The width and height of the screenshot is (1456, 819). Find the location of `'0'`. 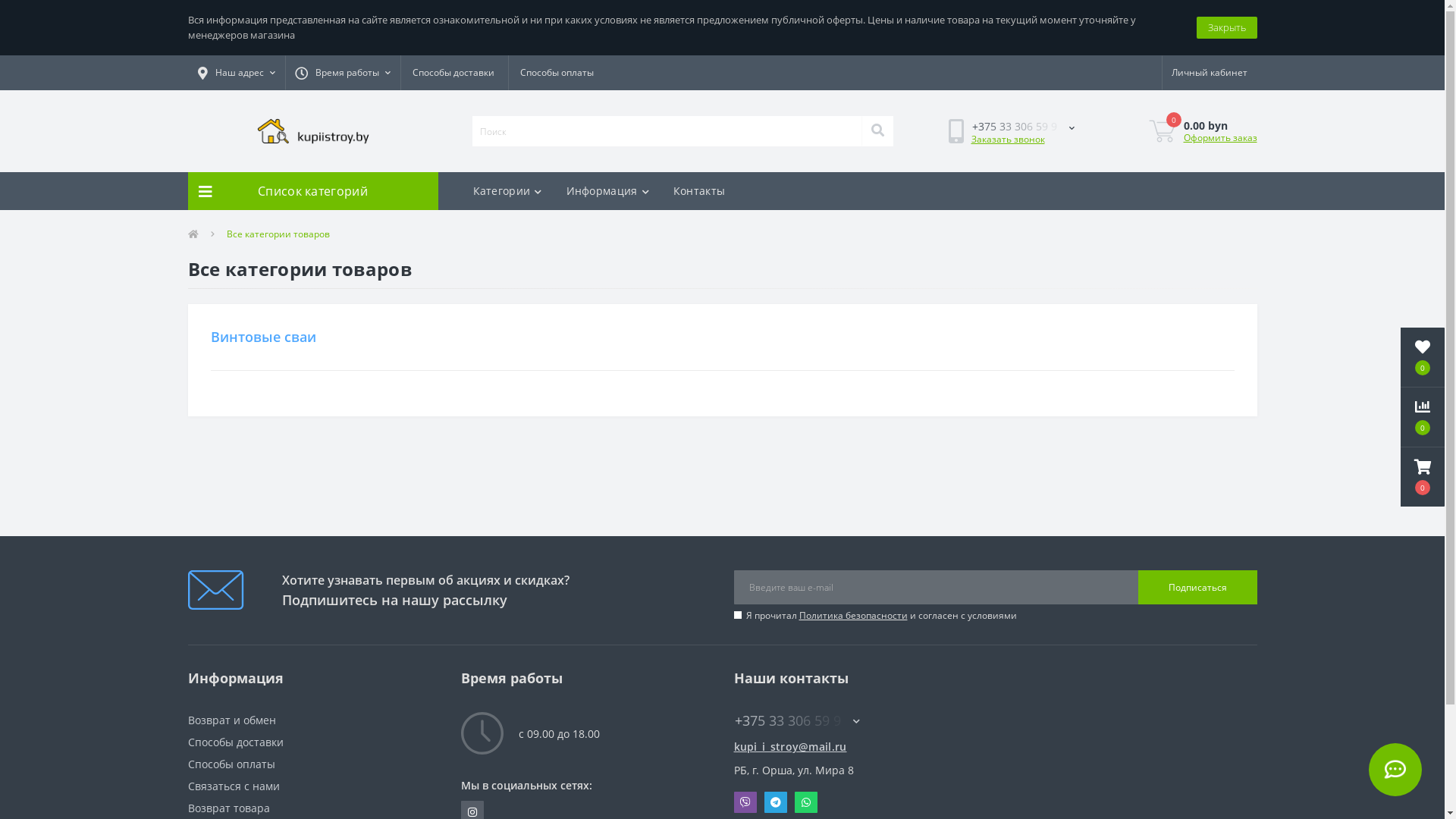

'0' is located at coordinates (1422, 356).